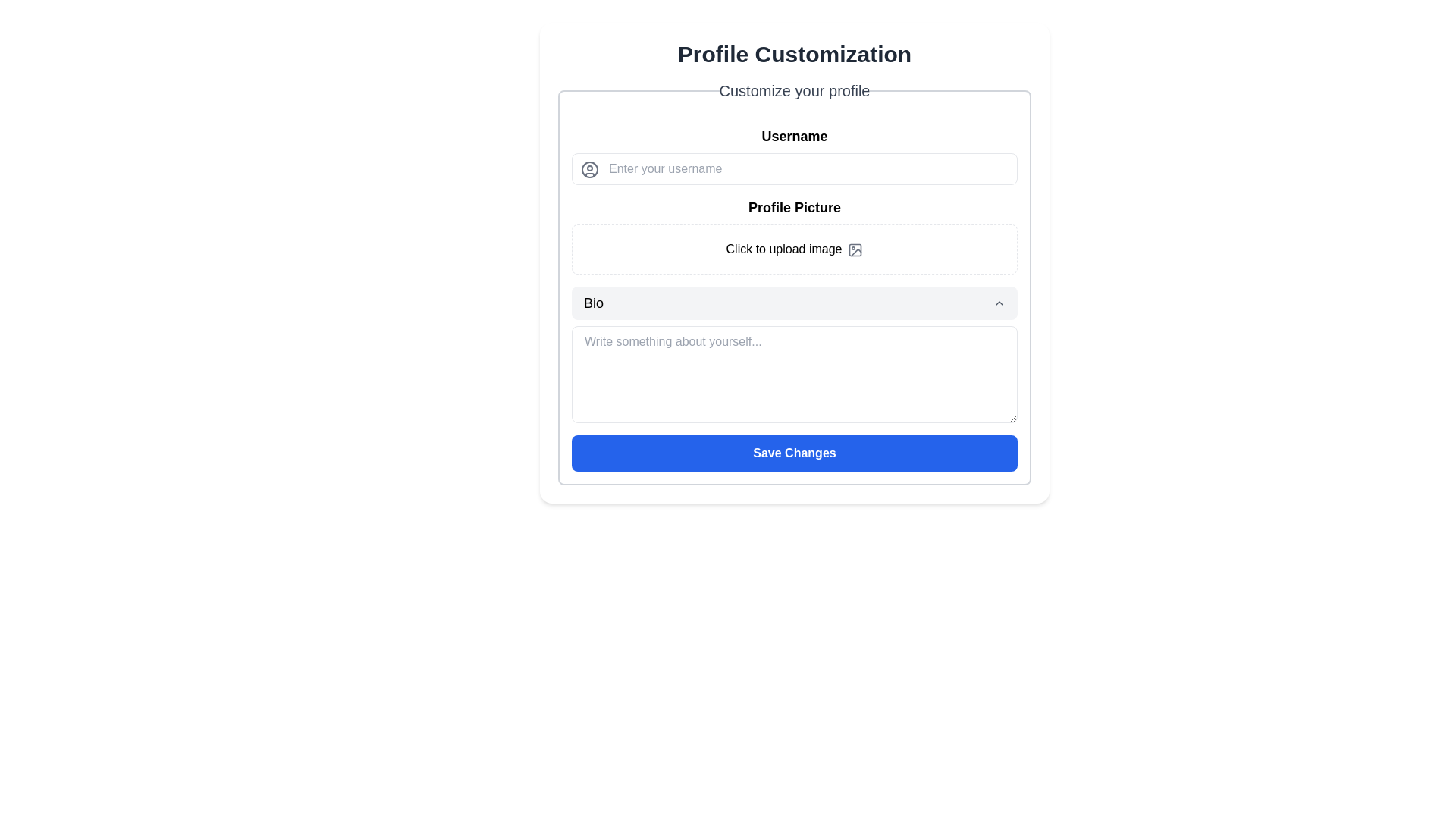 This screenshot has width=1456, height=819. Describe the element at coordinates (588, 169) in the screenshot. I see `the SVG circle element that is part of the icon in front of the 'Username' text input field` at that location.